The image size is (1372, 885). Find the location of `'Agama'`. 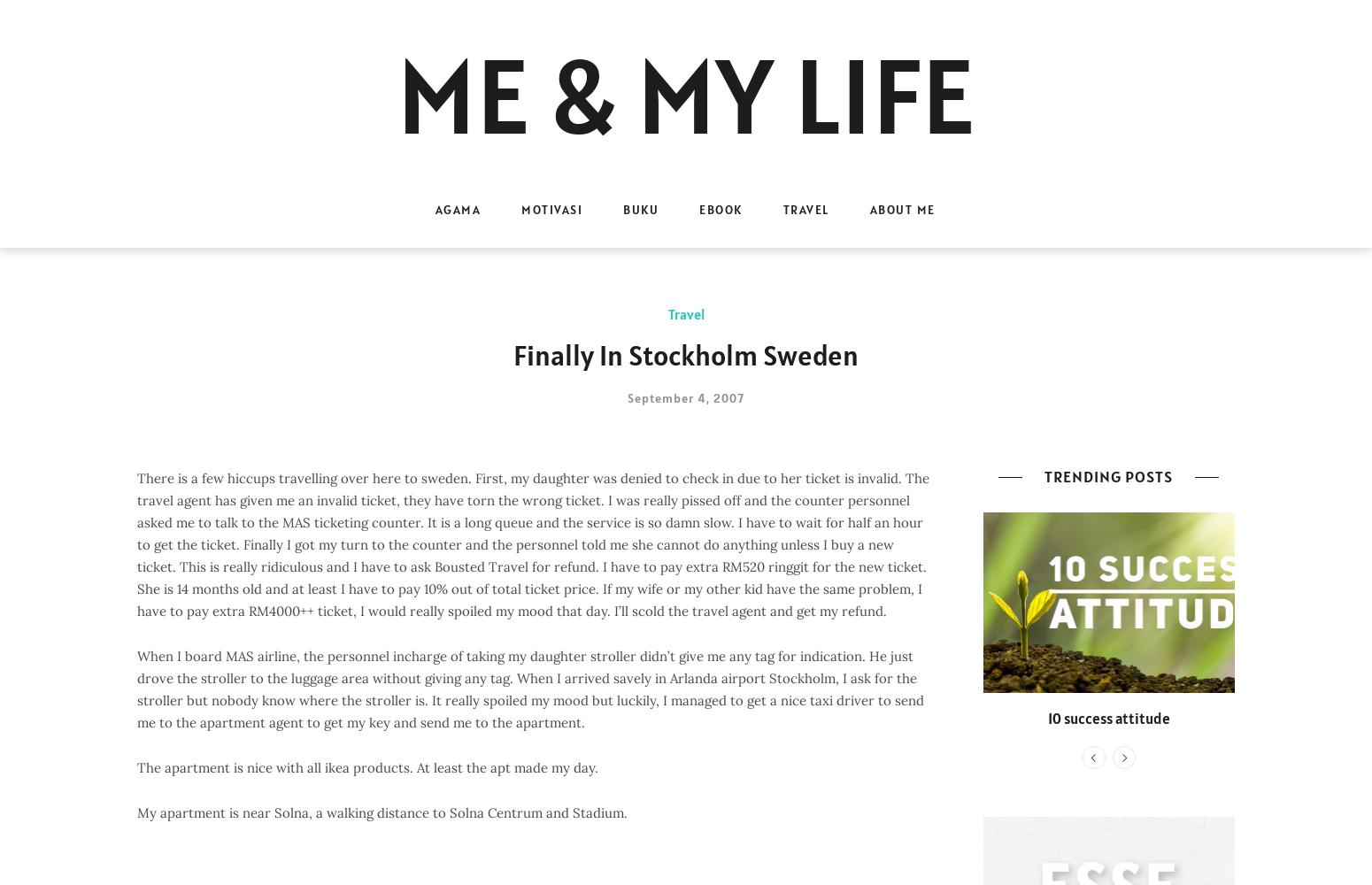

'Agama' is located at coordinates (434, 209).